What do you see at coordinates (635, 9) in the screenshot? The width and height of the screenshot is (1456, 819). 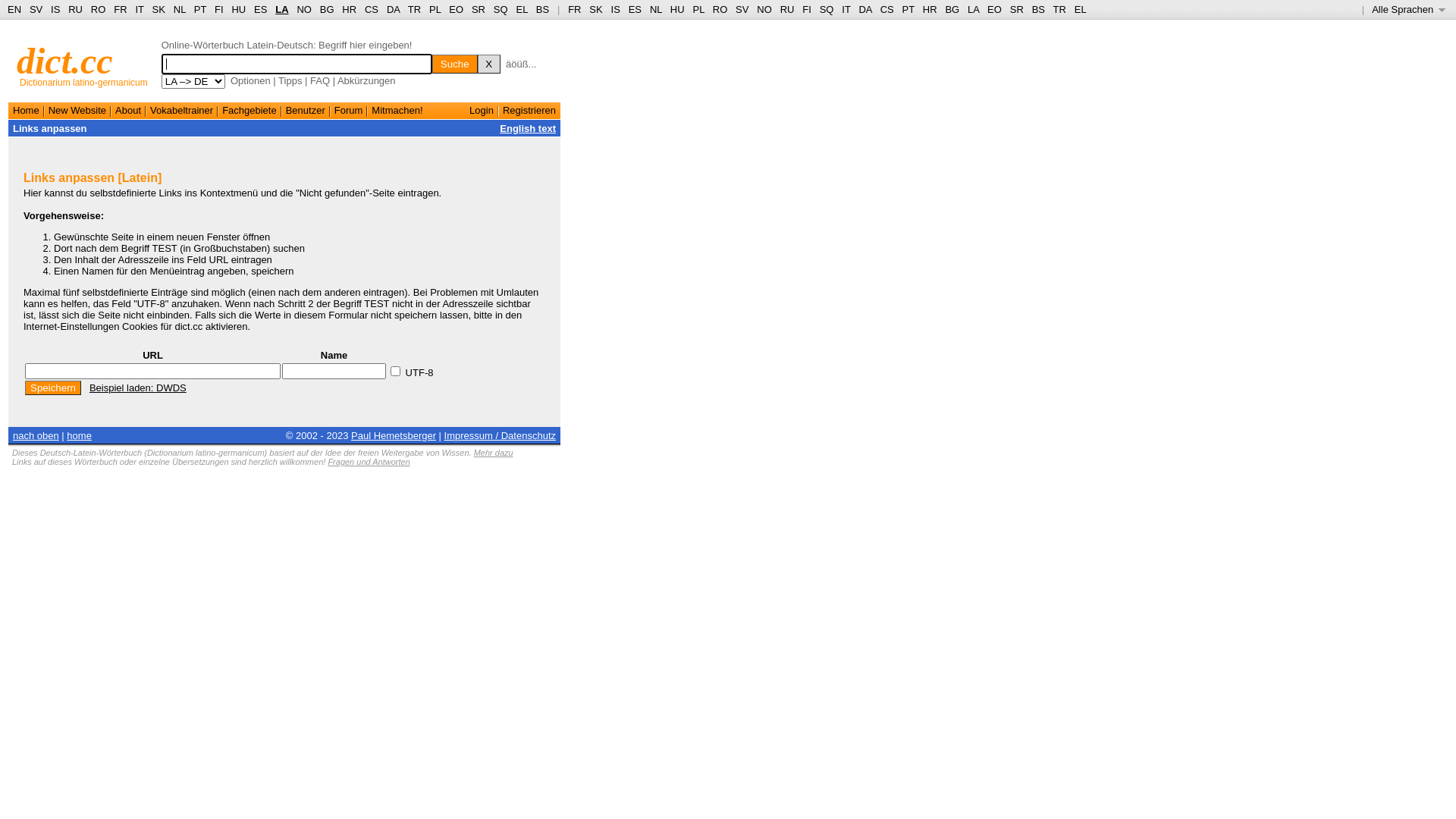 I see `'ES'` at bounding box center [635, 9].